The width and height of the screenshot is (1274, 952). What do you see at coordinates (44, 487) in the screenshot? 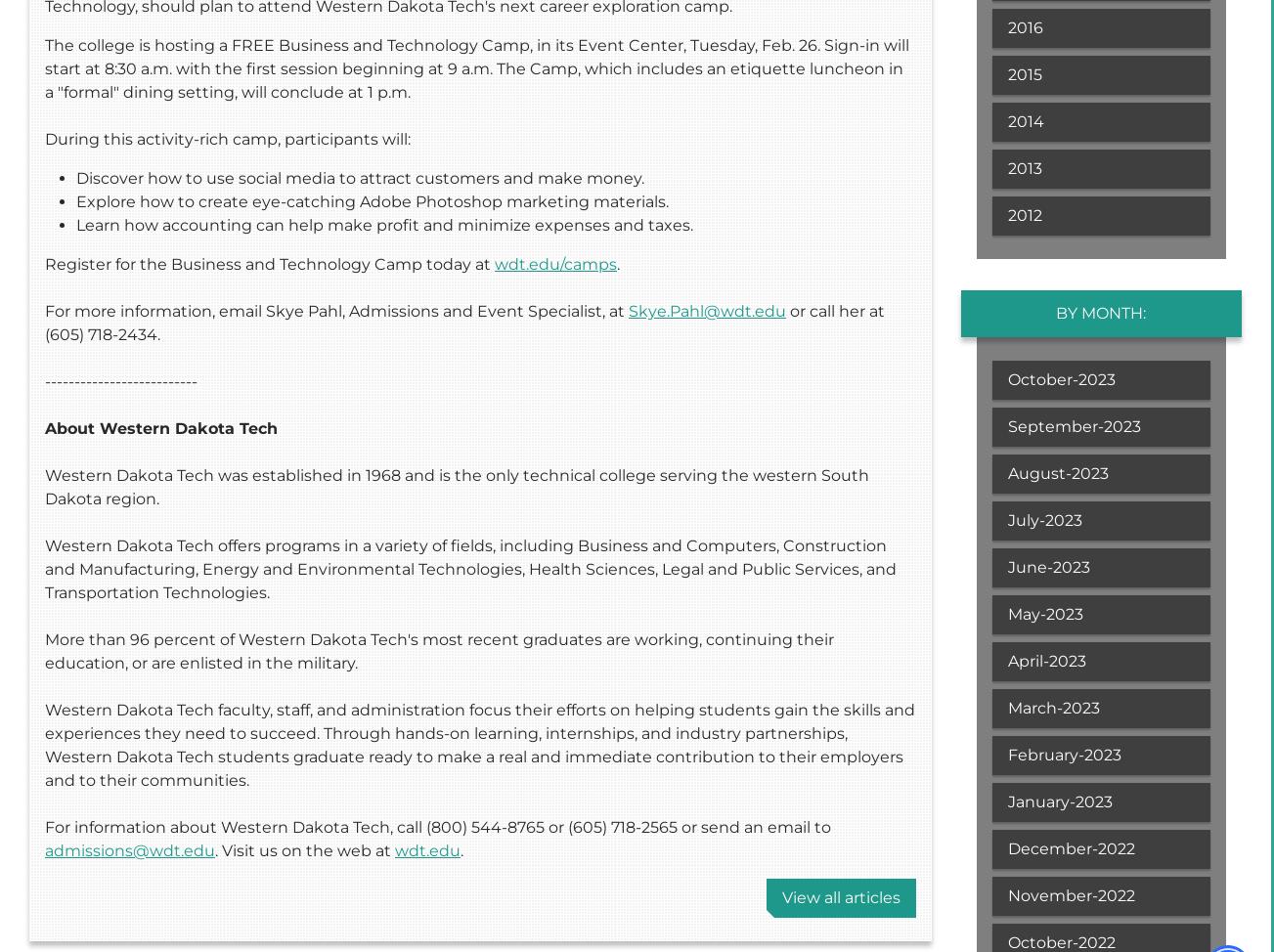
I see `'Western Dakota Tech was established in 1968 and is the only technical college serving the western South Dakota region.'` at bounding box center [44, 487].